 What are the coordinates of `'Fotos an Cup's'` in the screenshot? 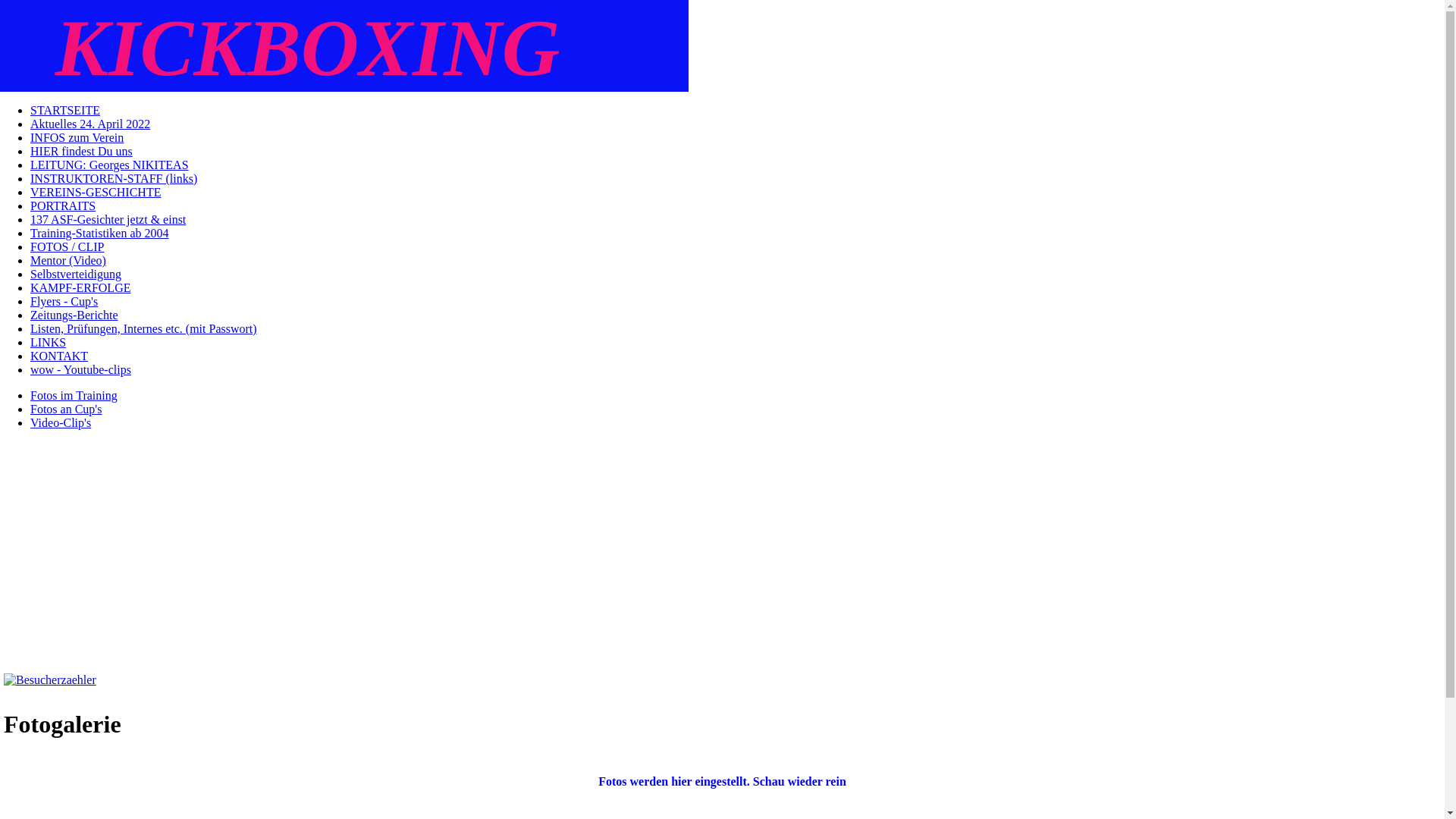 It's located at (64, 408).